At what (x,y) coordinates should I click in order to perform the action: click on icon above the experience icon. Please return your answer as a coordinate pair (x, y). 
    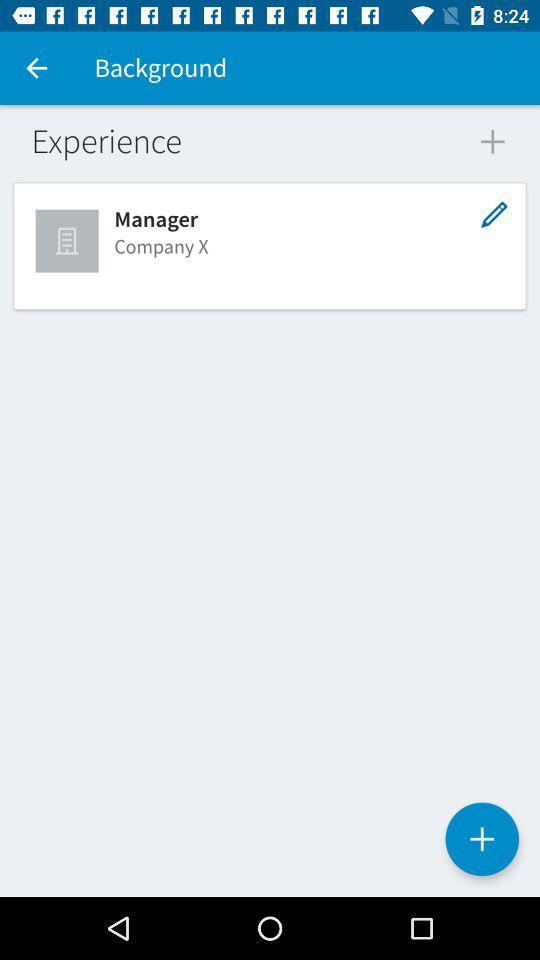
    Looking at the image, I should click on (36, 68).